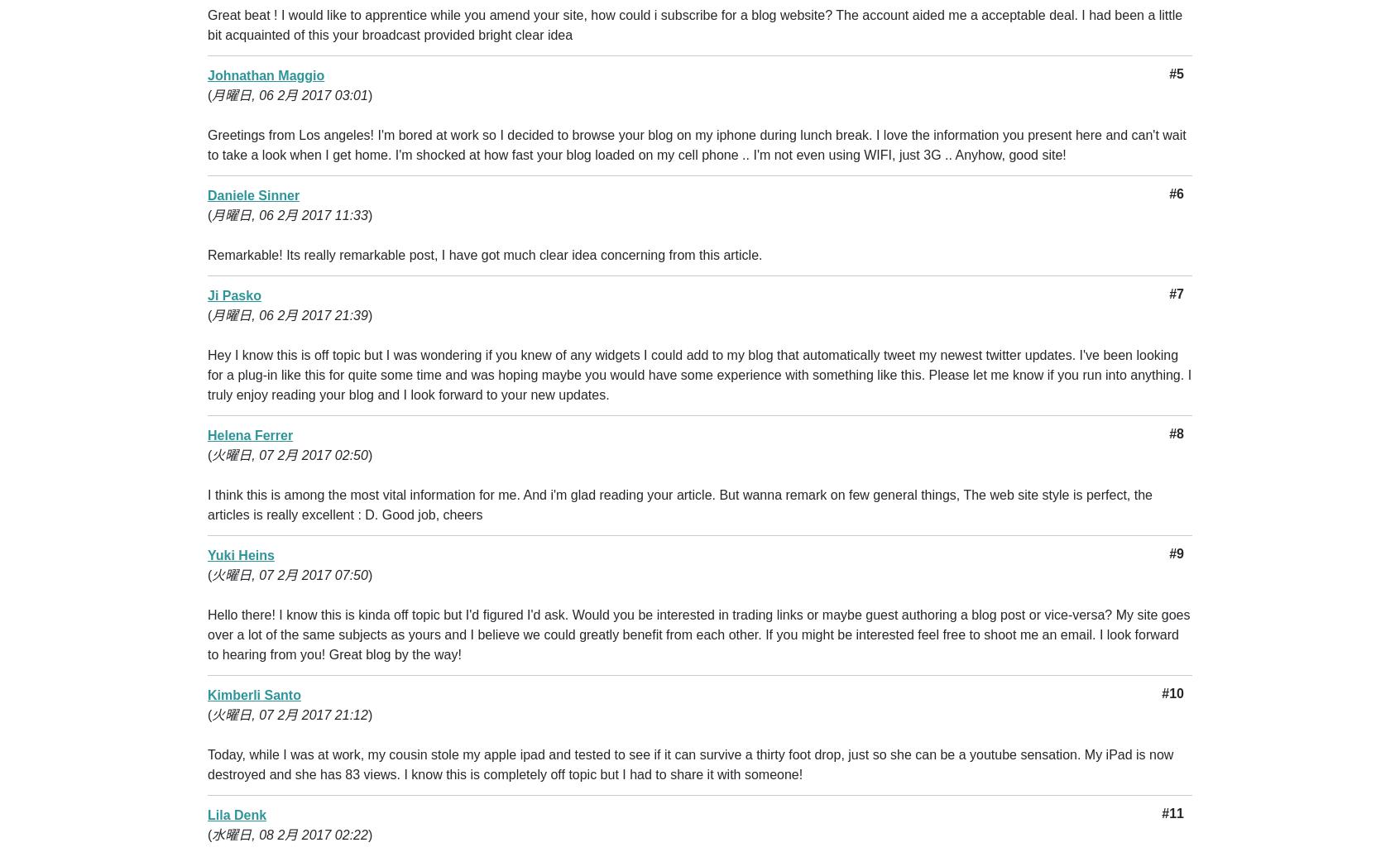  I want to click on '月曜日, 06 2月 2017 03:01', so click(289, 95).